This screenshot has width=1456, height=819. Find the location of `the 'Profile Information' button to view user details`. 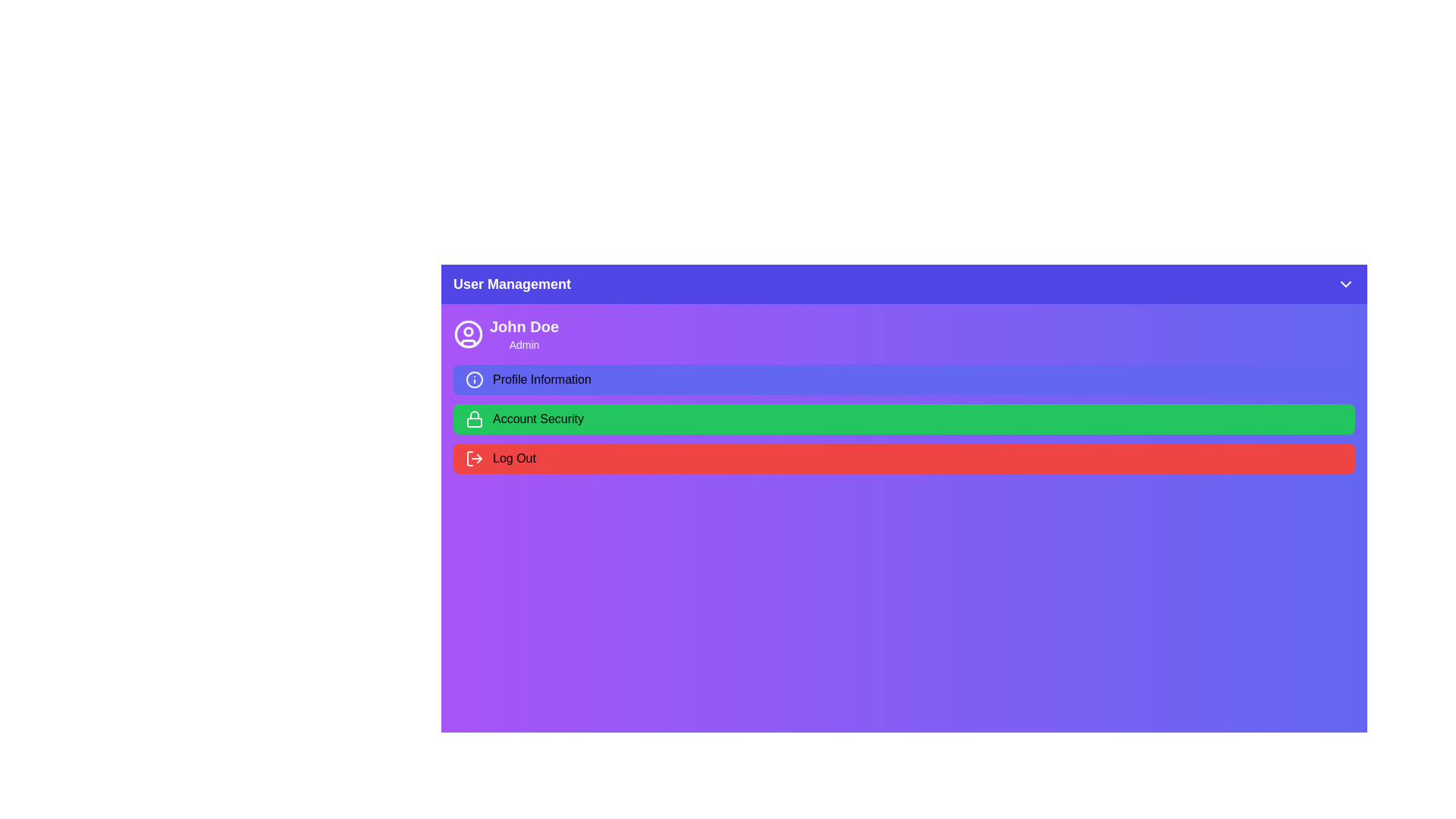

the 'Profile Information' button to view user details is located at coordinates (541, 379).